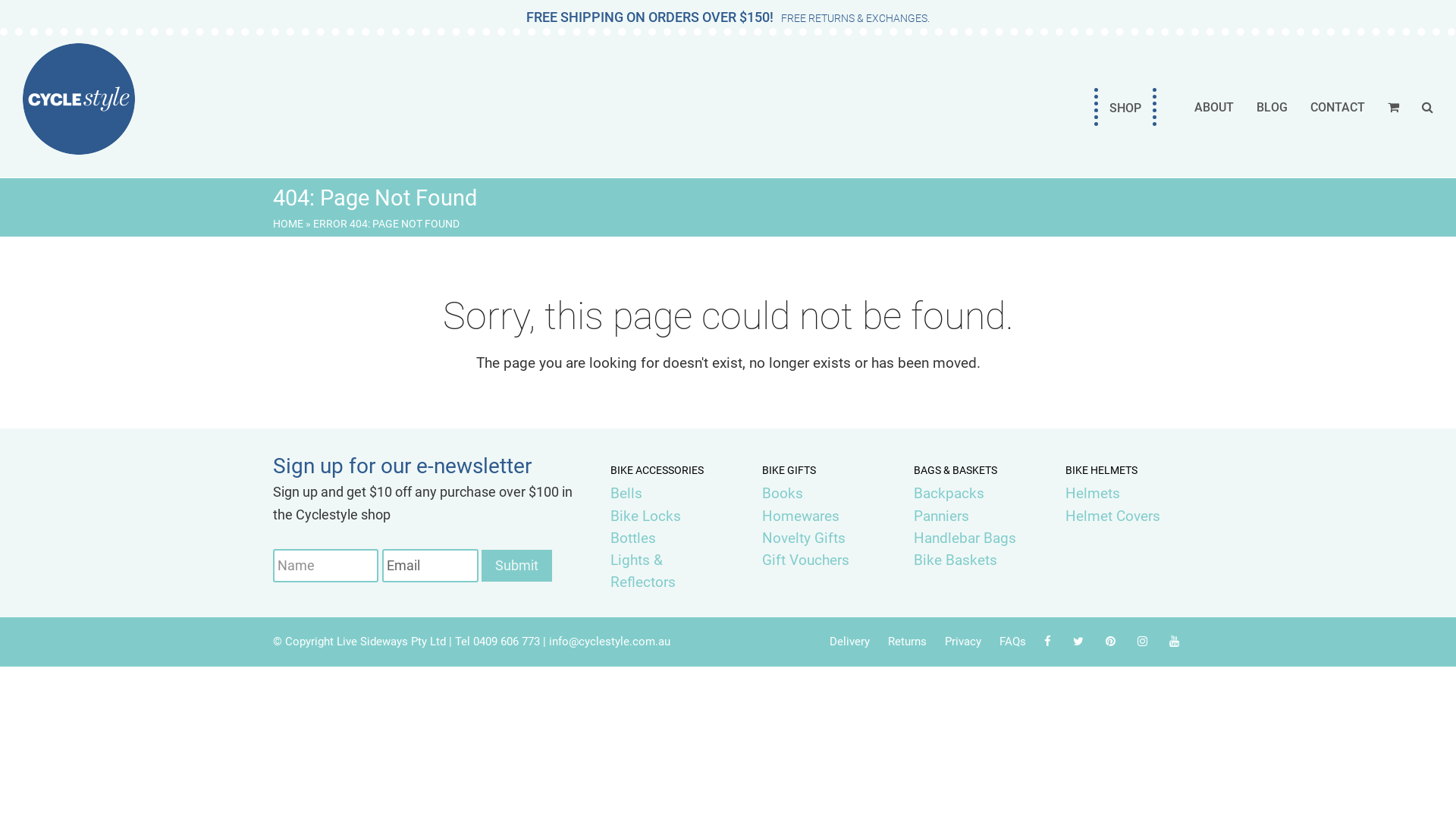 The width and height of the screenshot is (1456, 819). I want to click on 'ABOUT', so click(1182, 106).